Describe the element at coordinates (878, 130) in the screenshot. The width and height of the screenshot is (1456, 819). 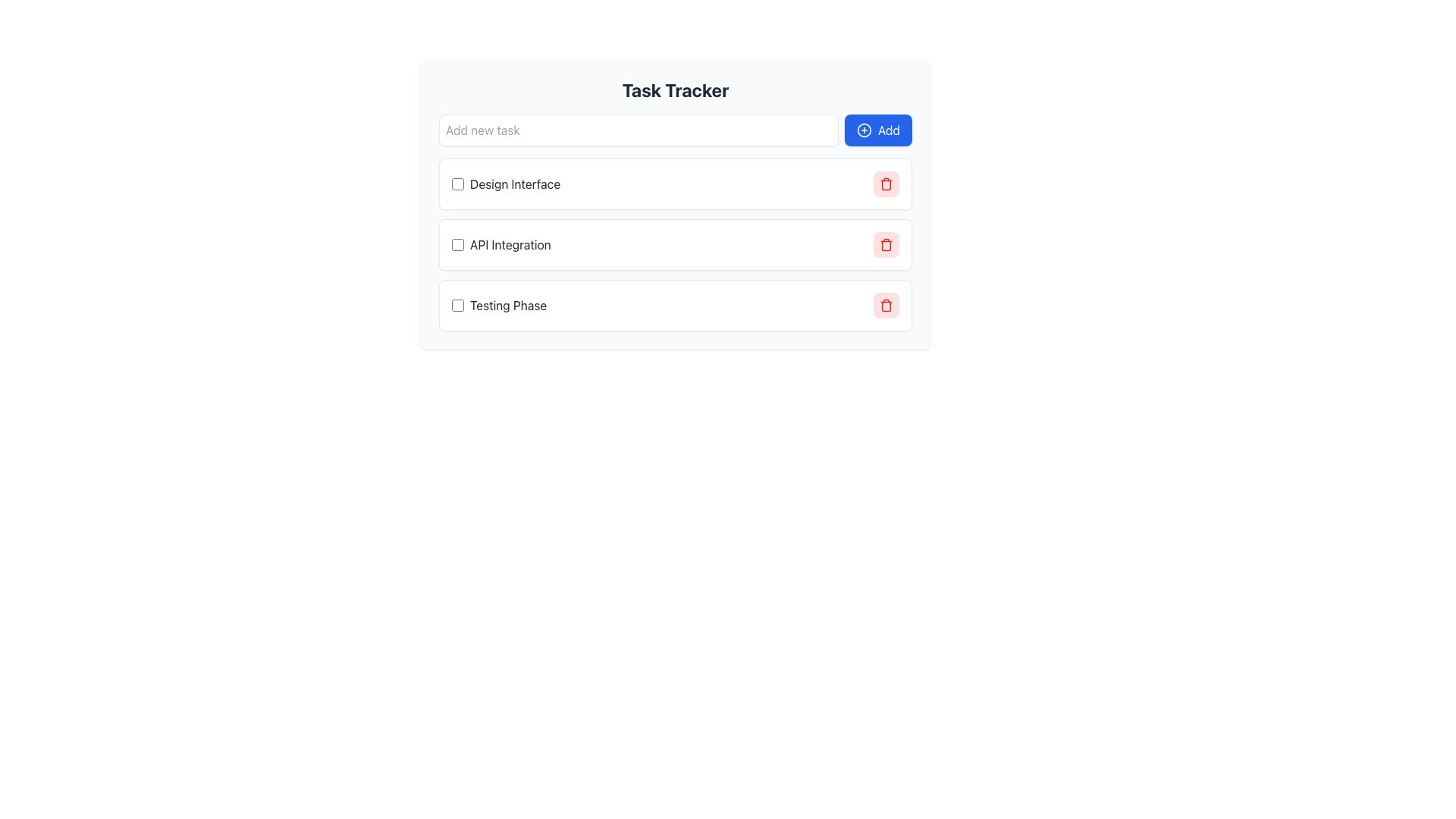
I see `the task addition button located at the right end of the task input section to trigger hover effects` at that location.